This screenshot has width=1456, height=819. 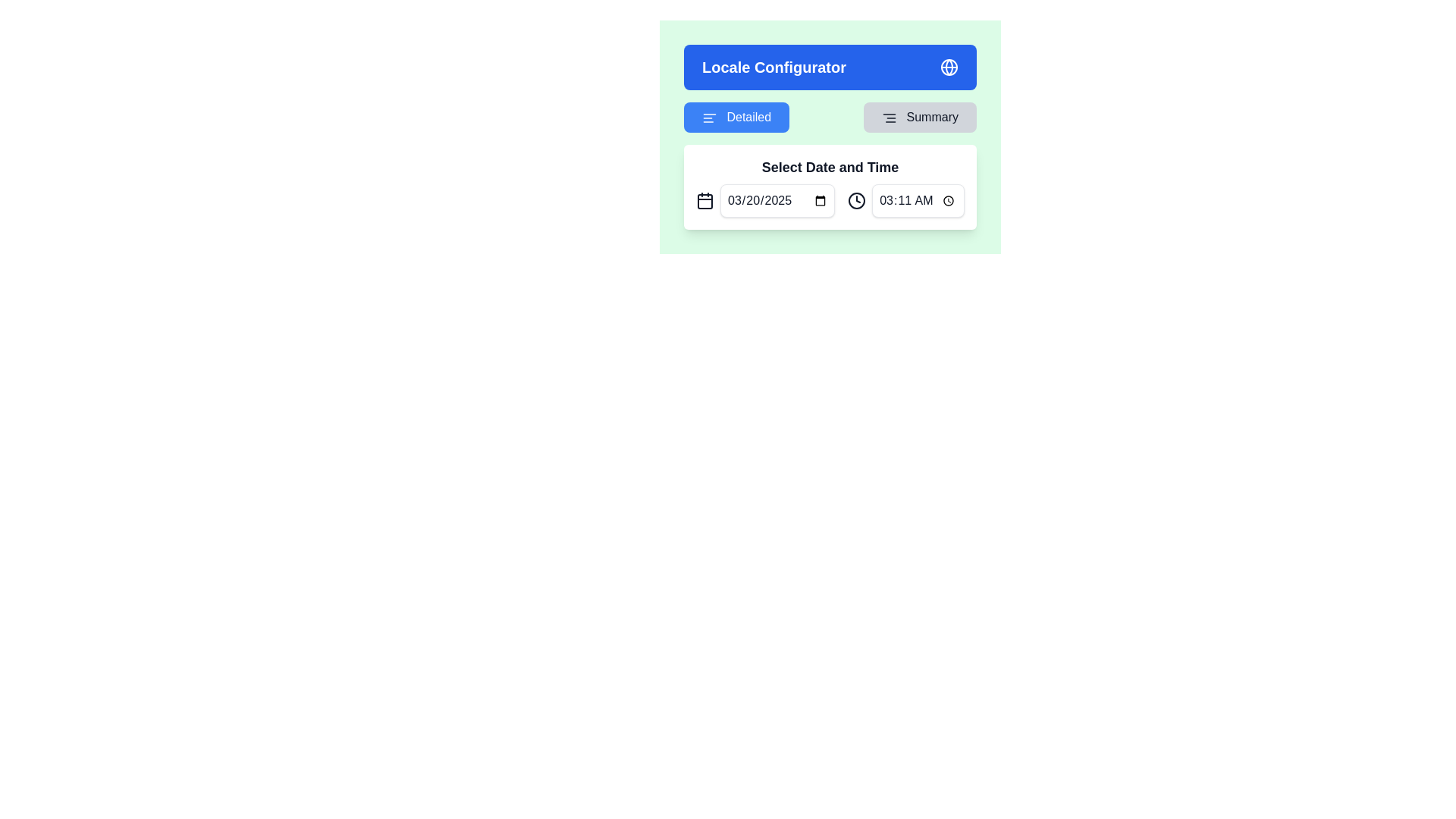 I want to click on the 'Summary' button, so click(x=919, y=116).